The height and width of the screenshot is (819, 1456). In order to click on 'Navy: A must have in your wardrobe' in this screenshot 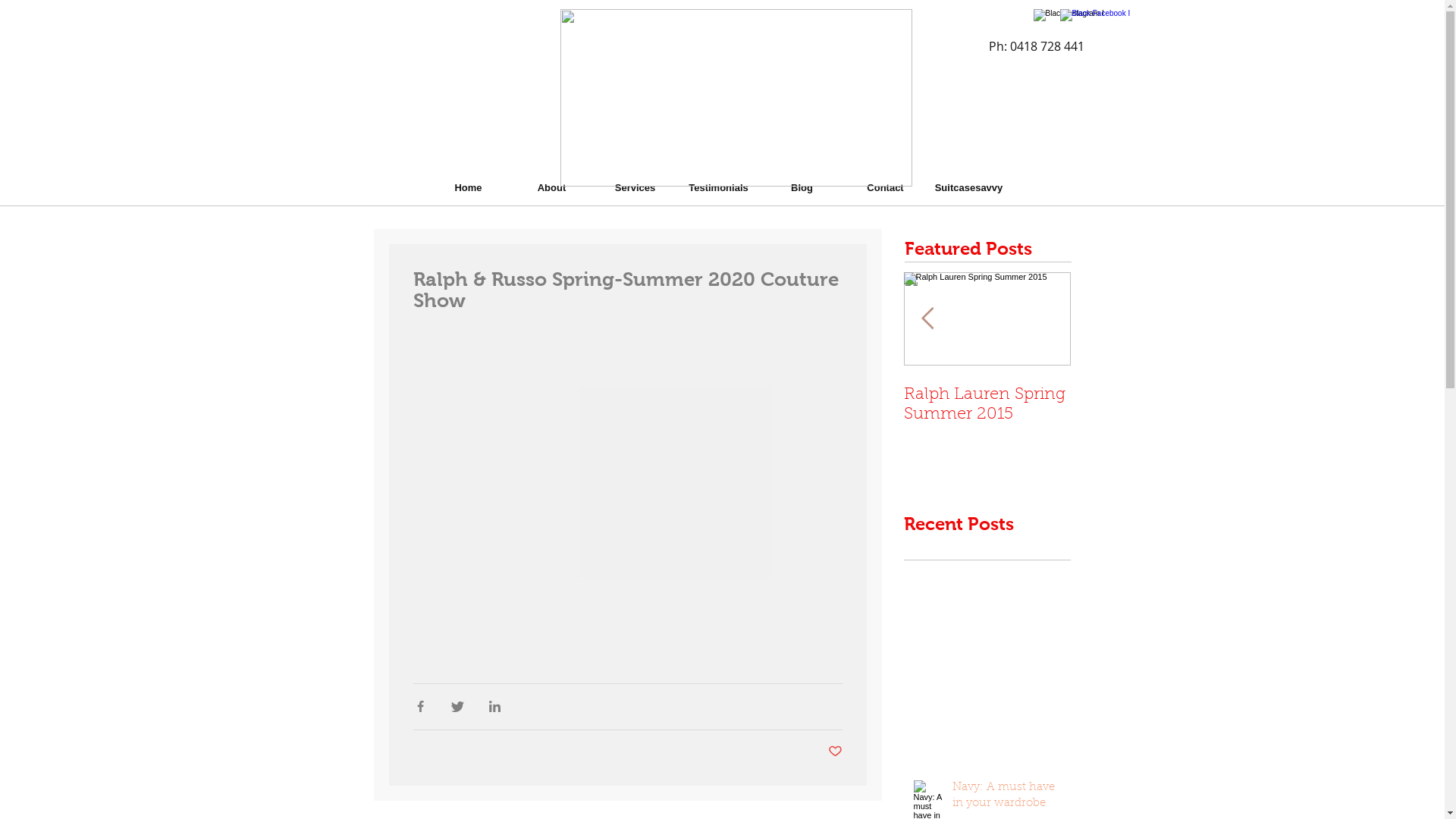, I will do `click(1007, 798)`.